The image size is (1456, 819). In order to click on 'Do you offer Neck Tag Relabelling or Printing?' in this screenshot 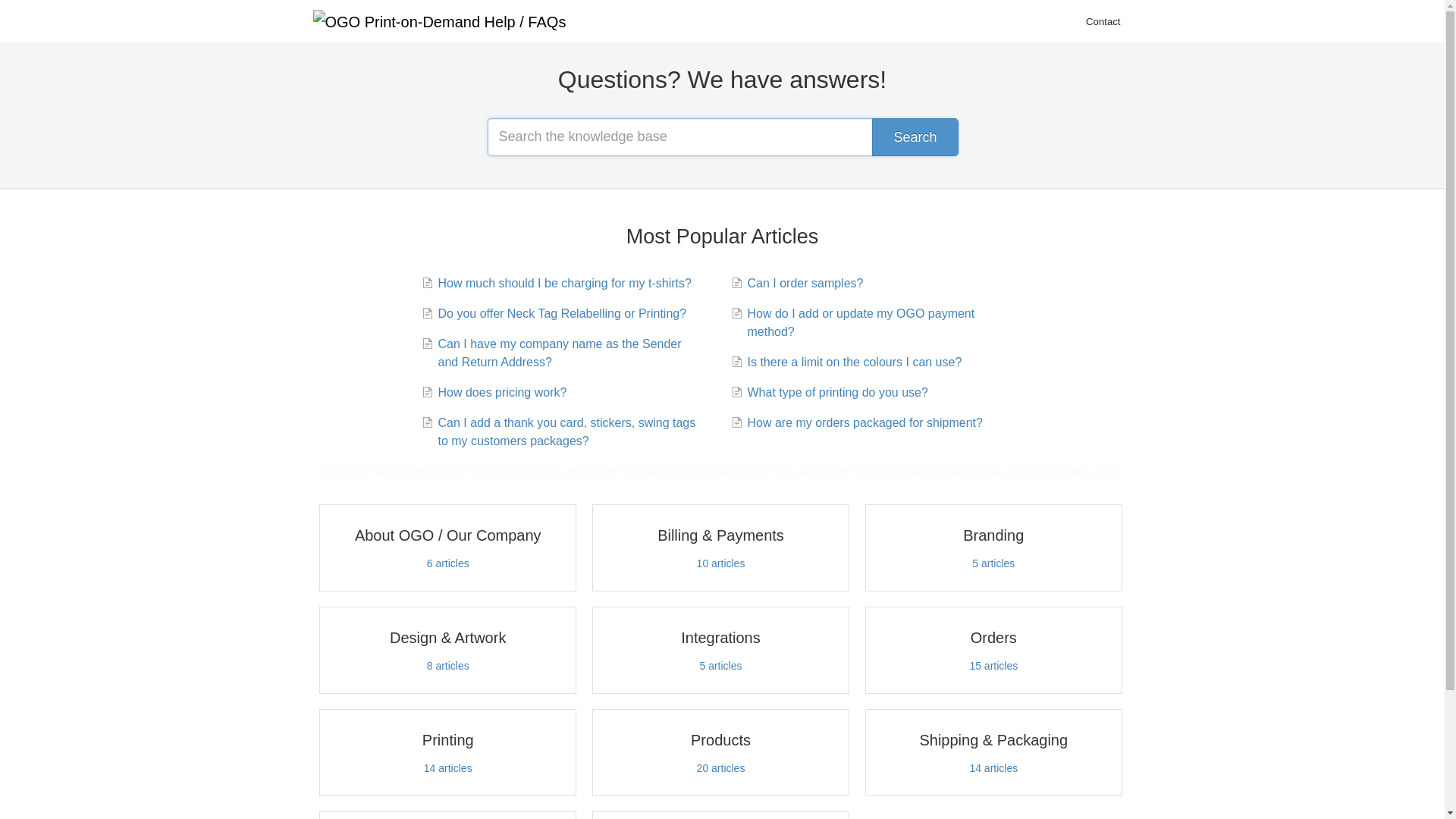, I will do `click(559, 312)`.